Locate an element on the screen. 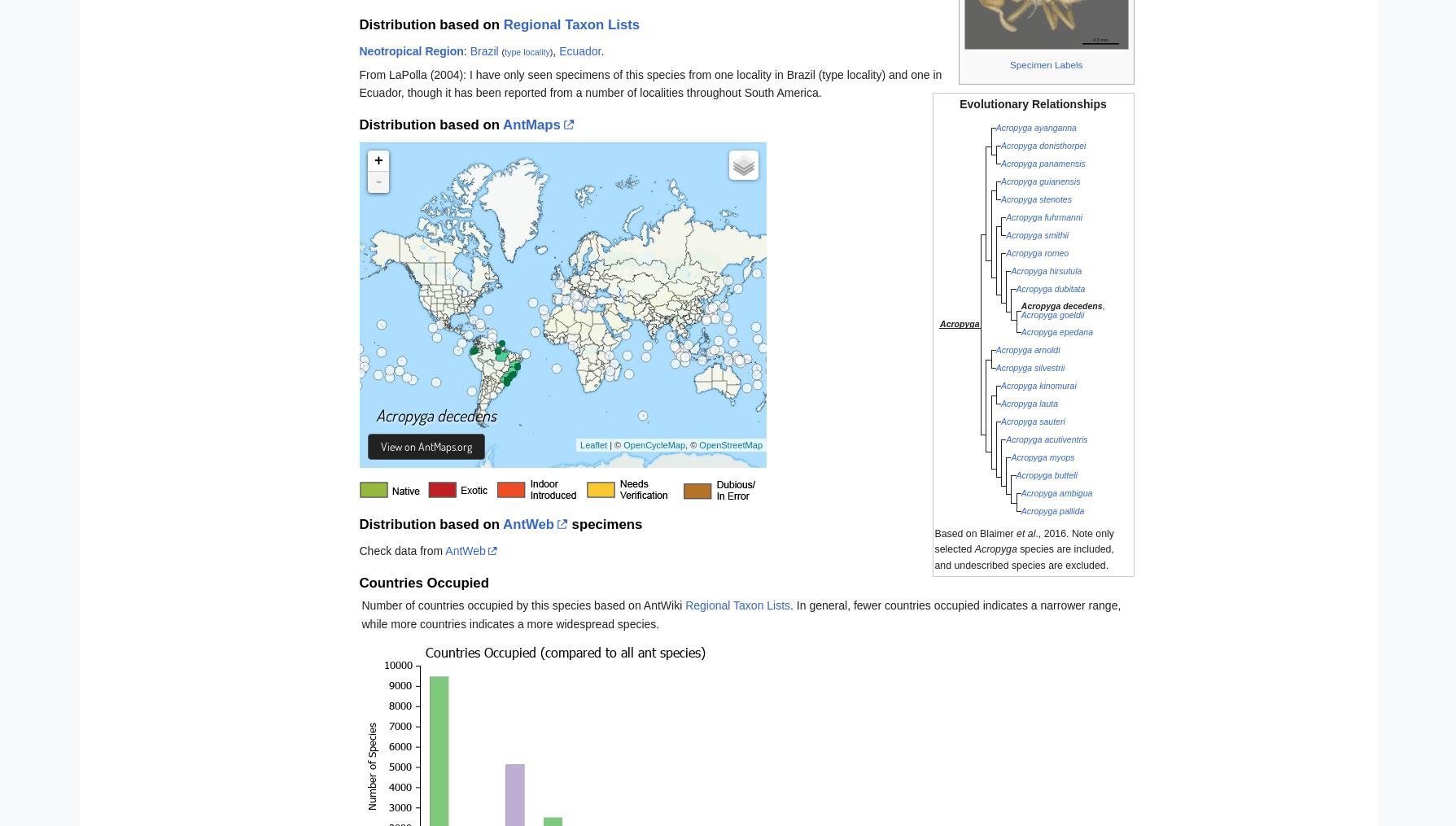 Image resolution: width=1456 pixels, height=826 pixels. 'Acropyga silvestrii' is located at coordinates (1030, 366).